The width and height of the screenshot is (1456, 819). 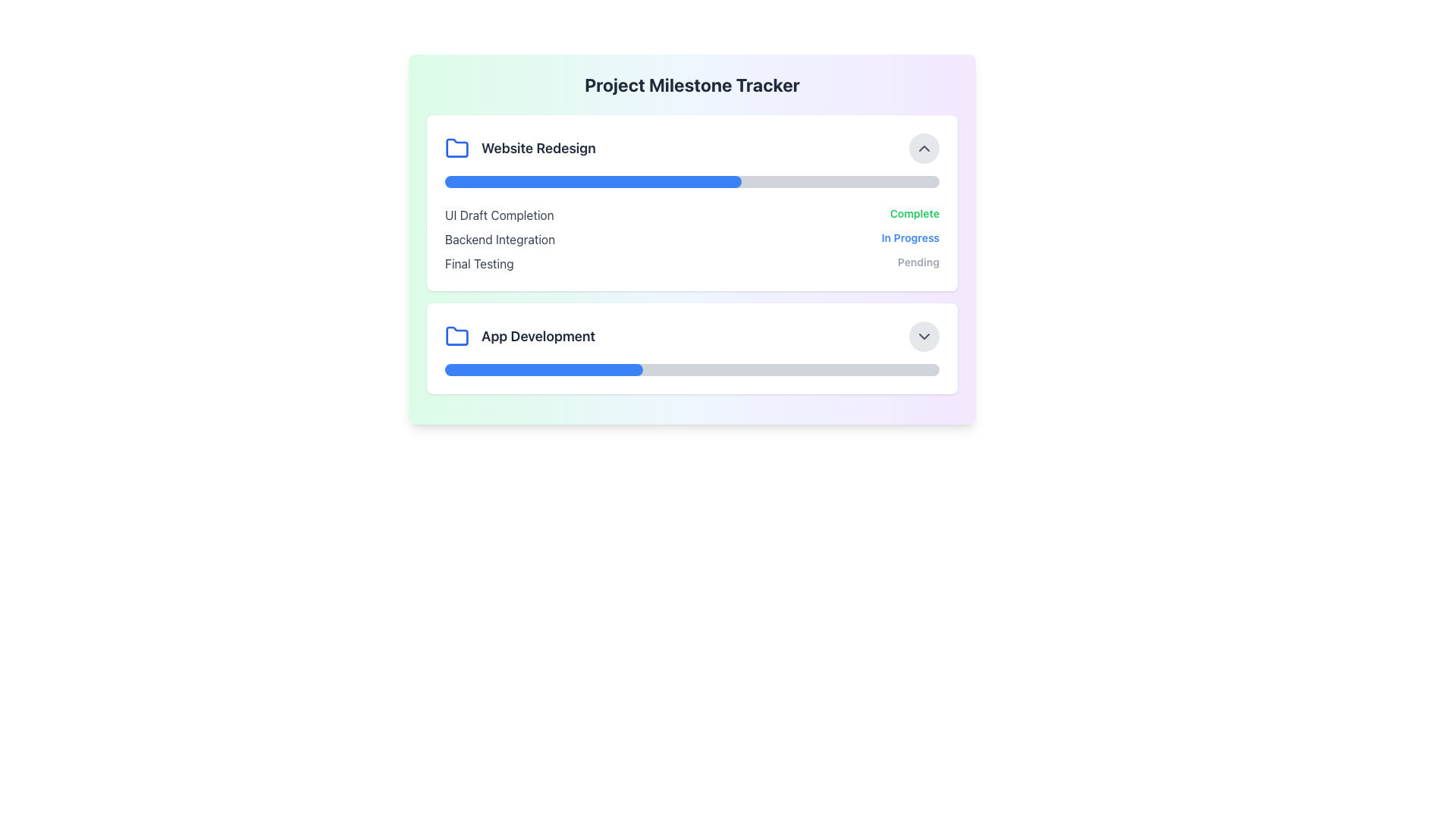 I want to click on the progress bar, so click(x=691, y=180).